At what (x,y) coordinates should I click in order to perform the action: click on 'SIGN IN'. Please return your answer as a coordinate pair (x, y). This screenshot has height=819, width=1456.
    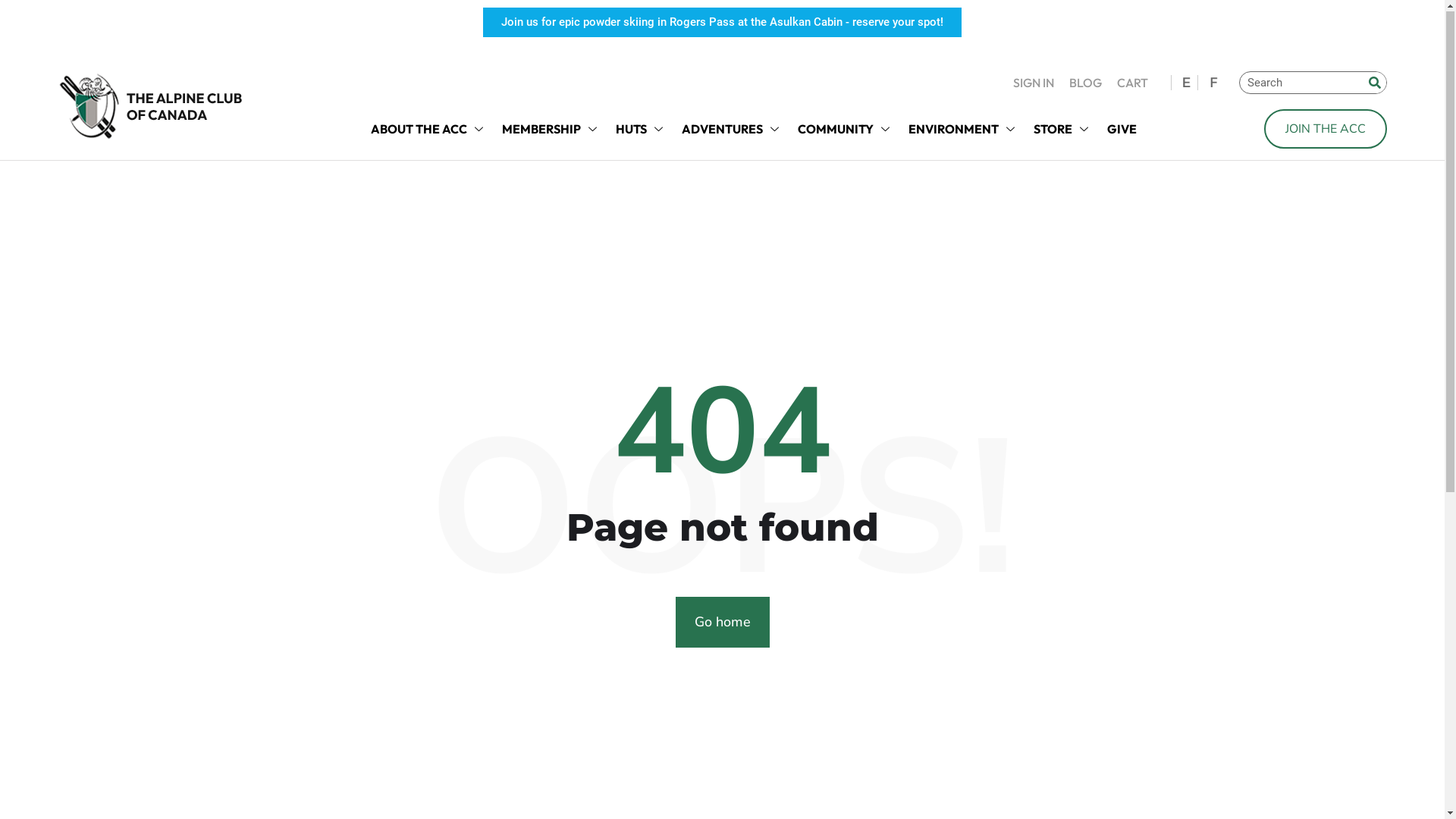
    Looking at the image, I should click on (1033, 83).